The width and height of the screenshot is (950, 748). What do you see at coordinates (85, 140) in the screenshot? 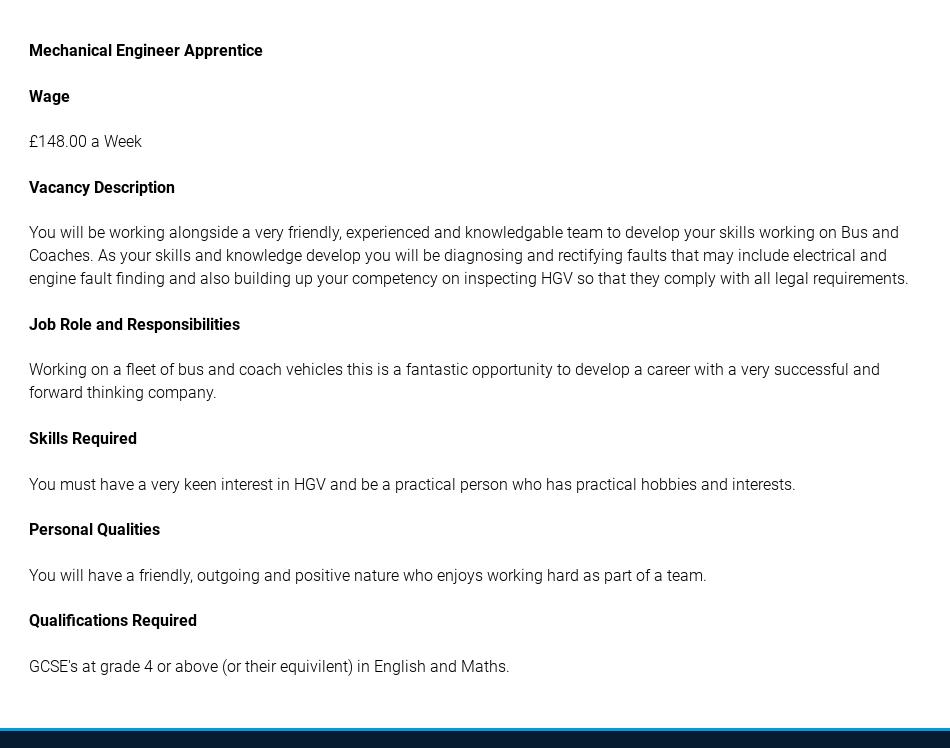
I see `'£148.00 a Week'` at bounding box center [85, 140].